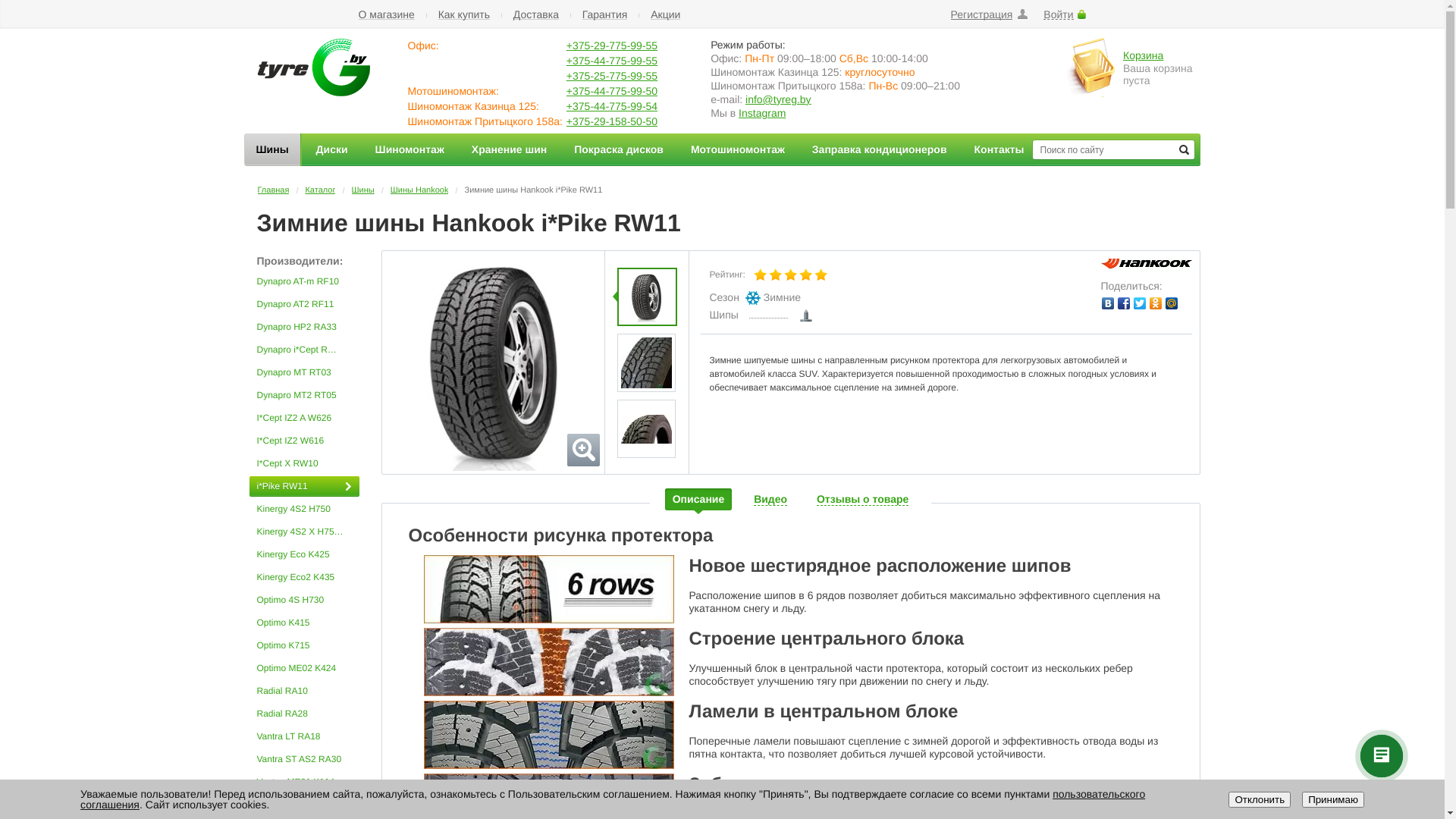  Describe the element at coordinates (303, 350) in the screenshot. I see `'Dynapro i*Cept RW08'` at that location.